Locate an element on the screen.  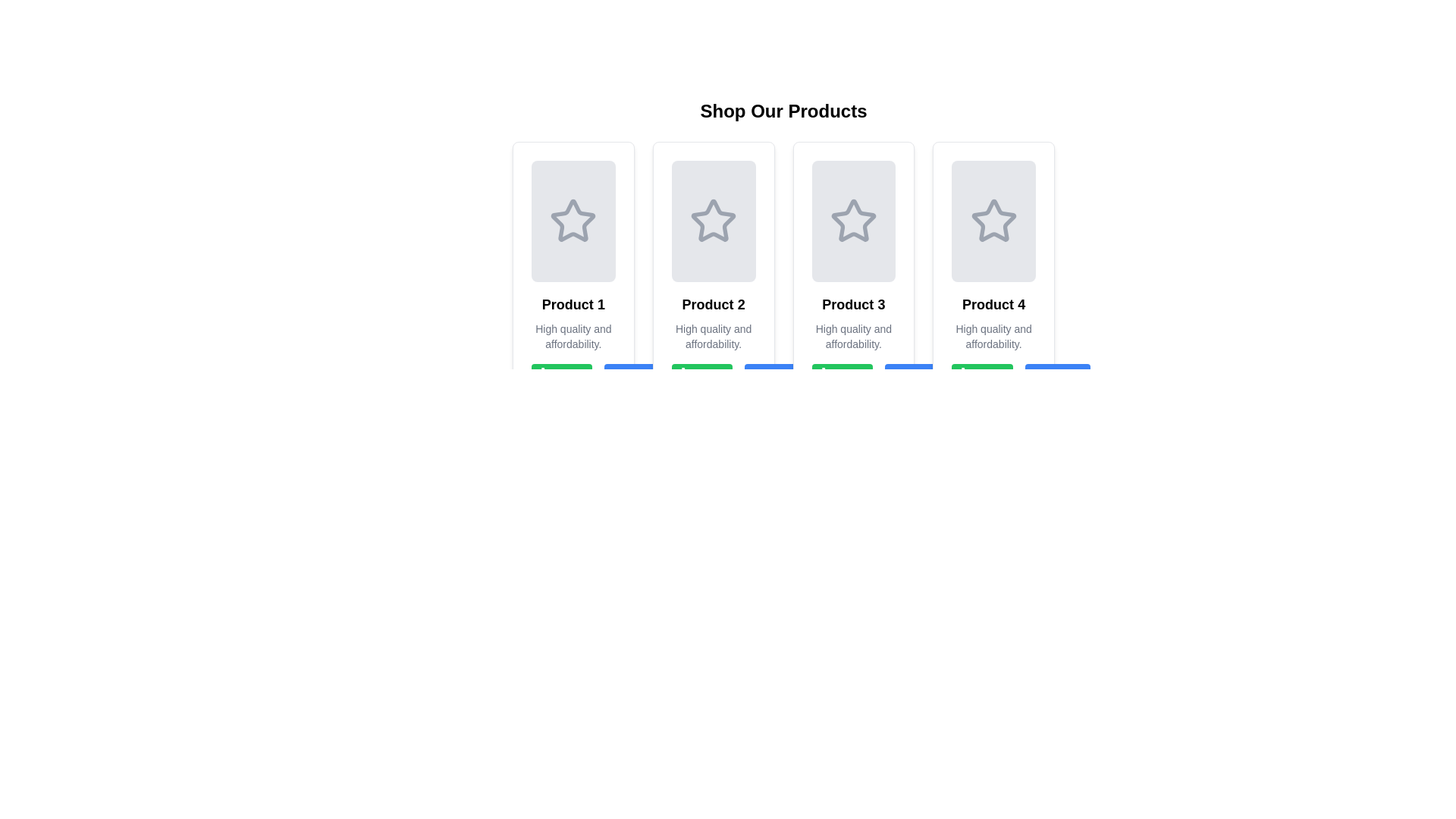
the 'View' button is located at coordinates (917, 375).